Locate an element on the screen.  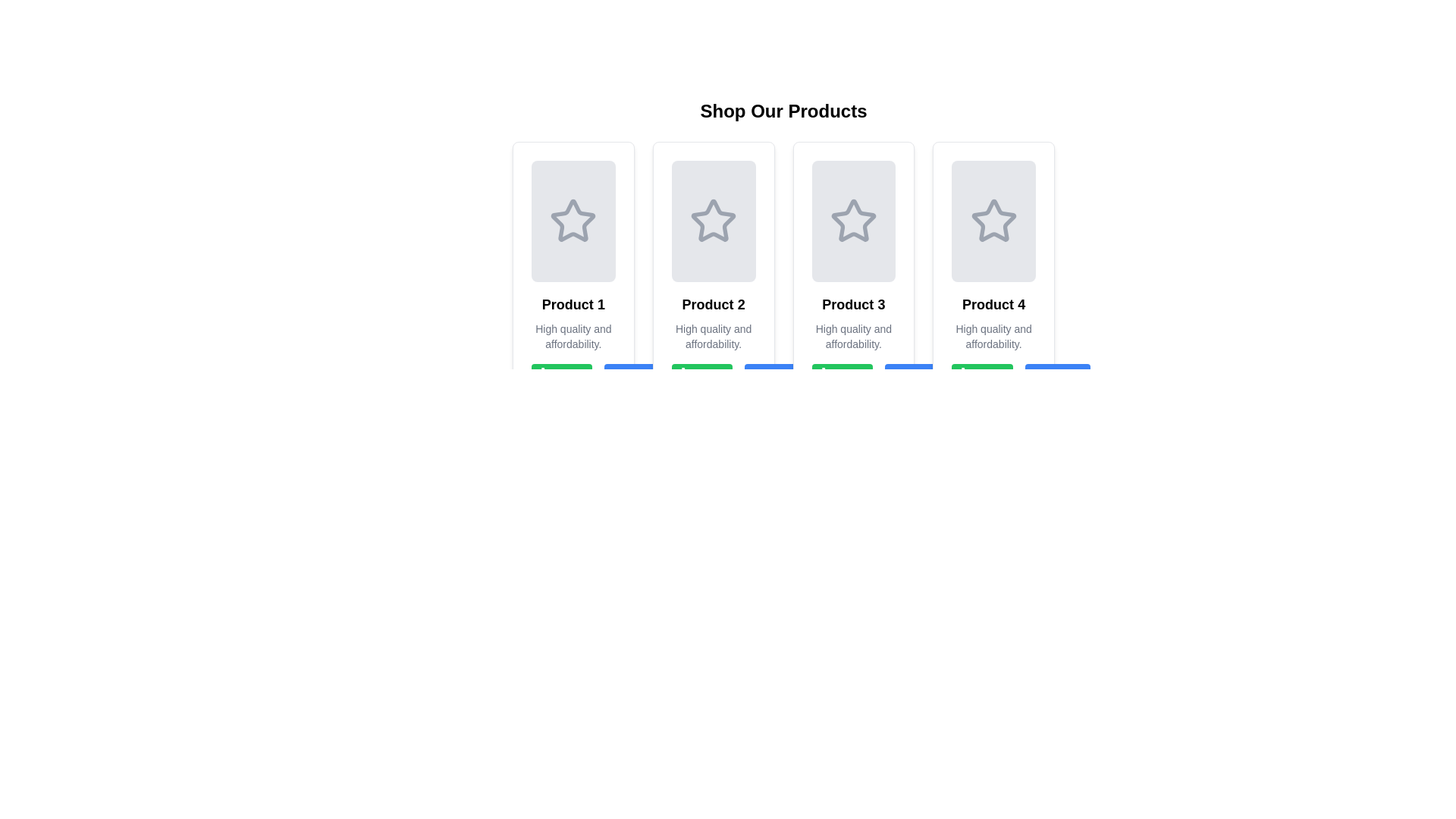
the 'View' button is located at coordinates (917, 375).